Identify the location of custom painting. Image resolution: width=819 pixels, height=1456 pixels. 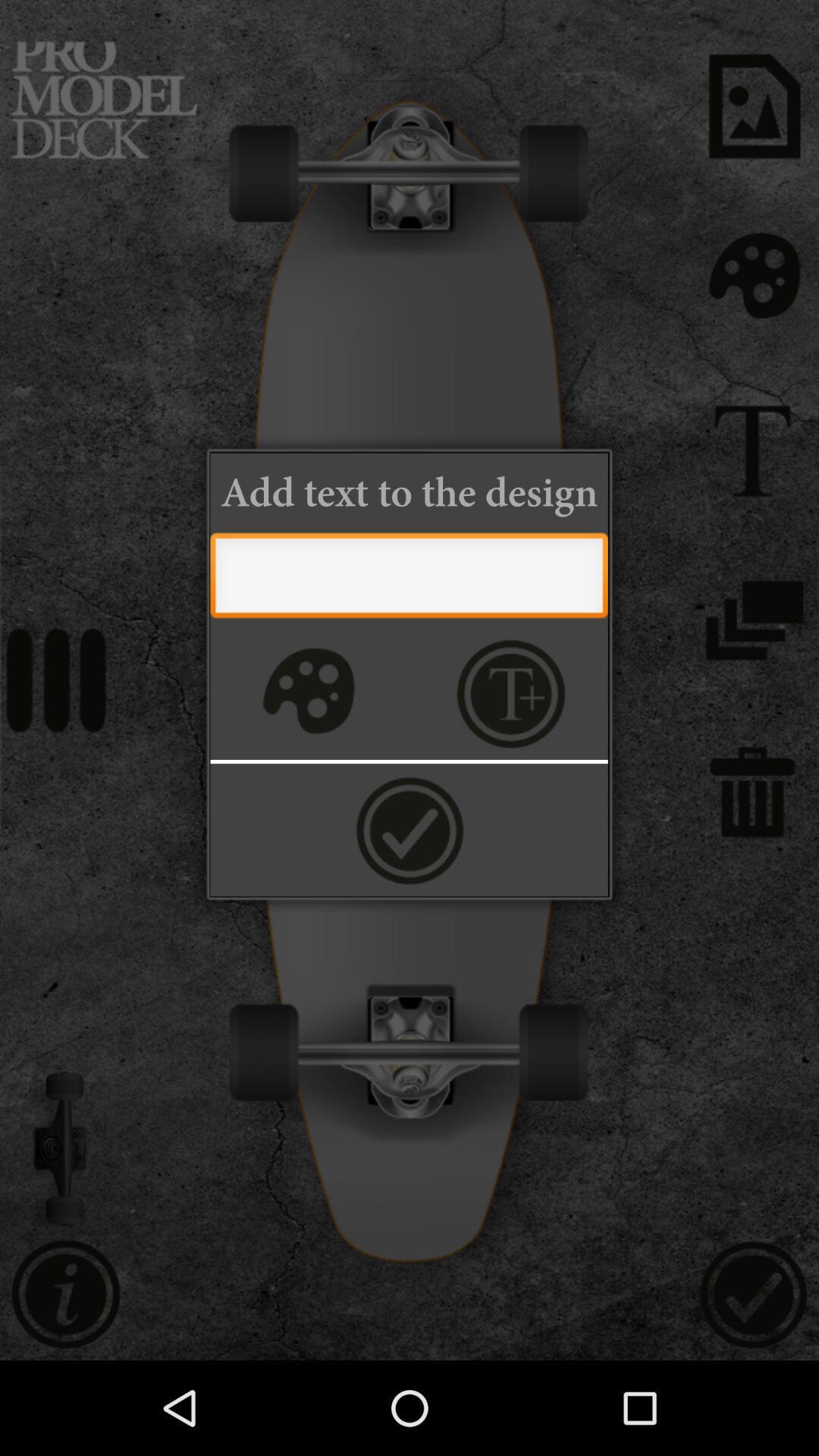
(306, 692).